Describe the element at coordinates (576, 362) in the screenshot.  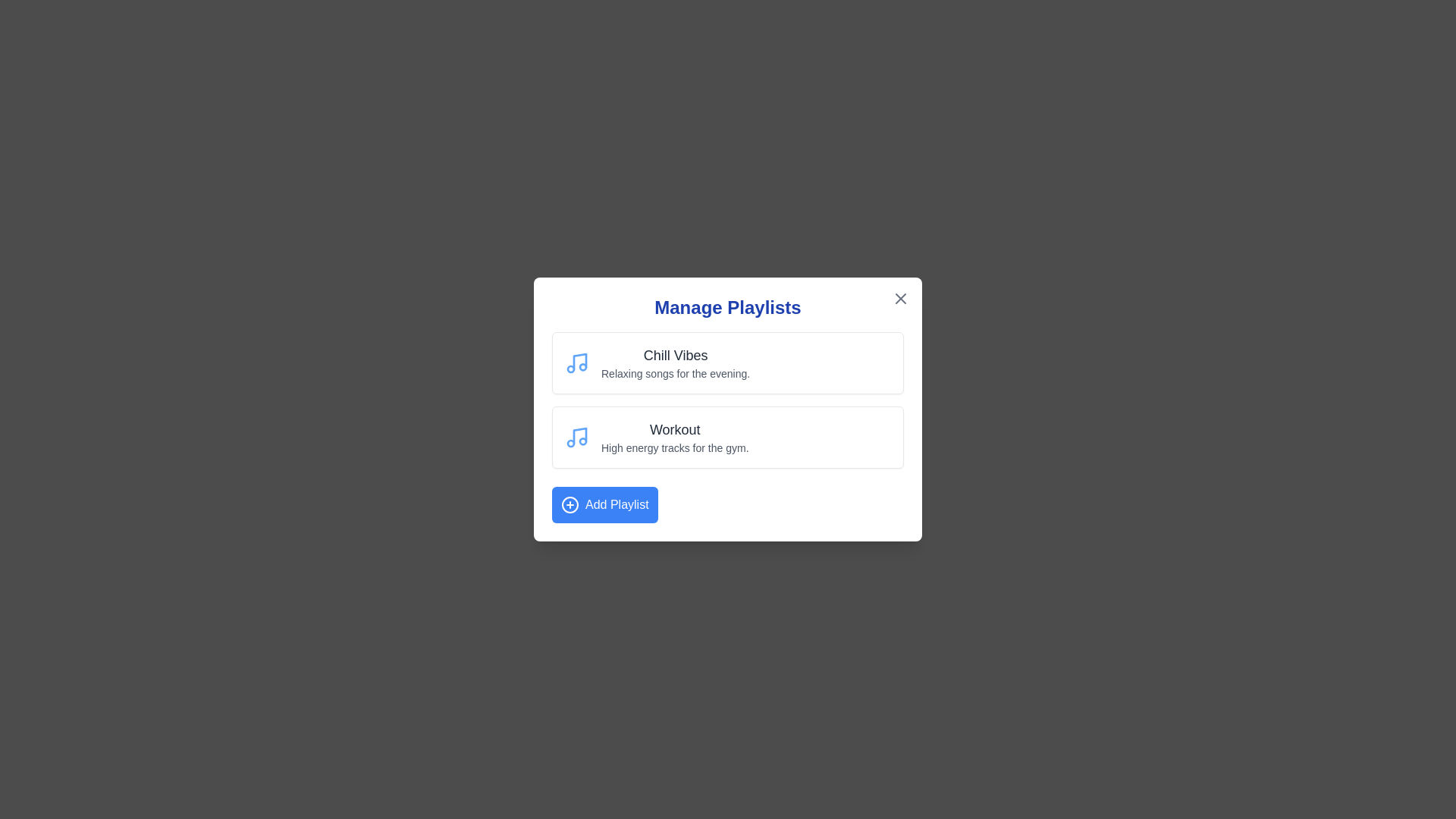
I see `the playlist entry icon for 'Chill Vibes', which is positioned to the left of the title in the first playlist entry card` at that location.